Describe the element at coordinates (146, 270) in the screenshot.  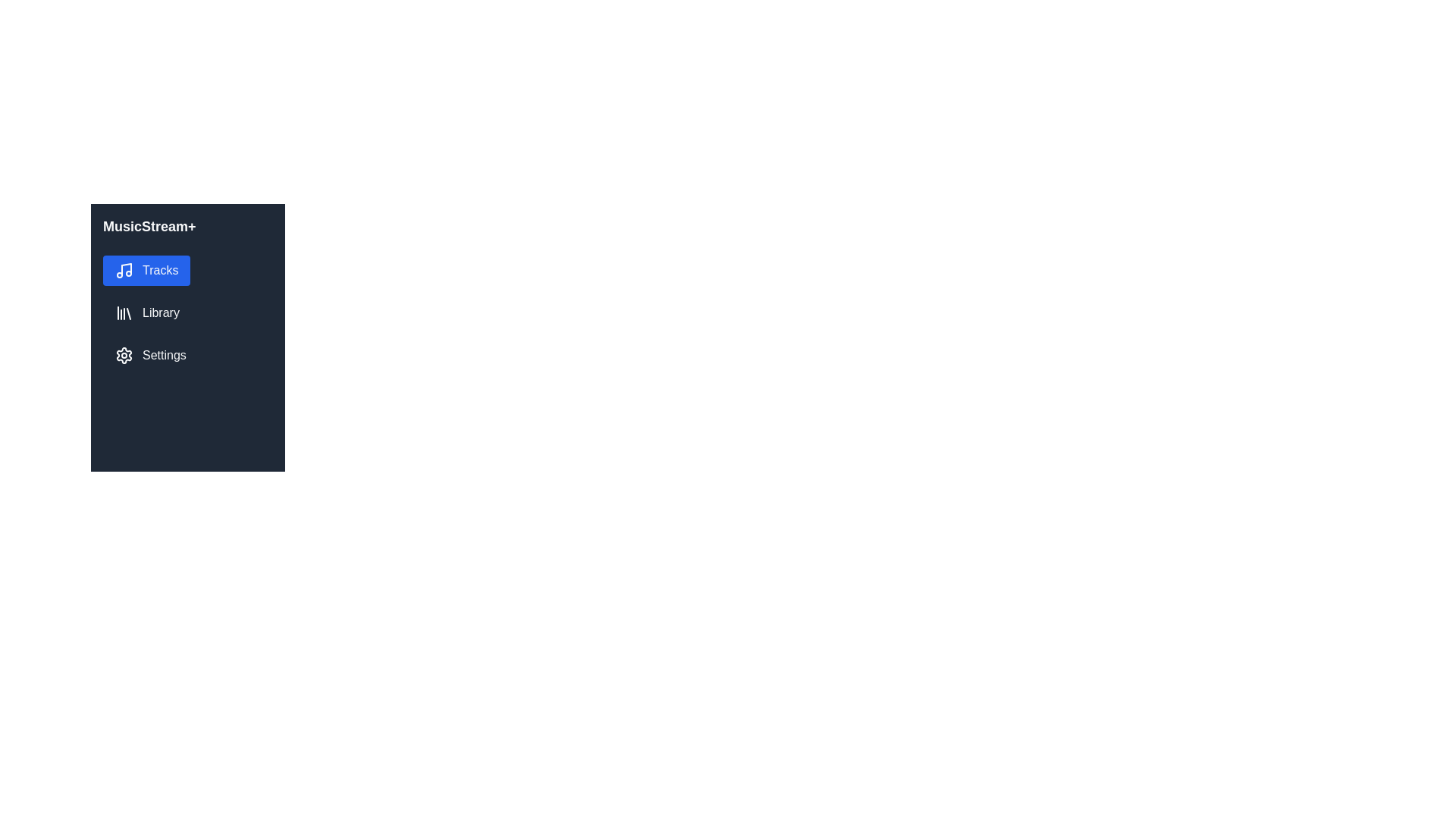
I see `the blue 'Tracks' button with a music note icon, located in the sidebar just below the 'MusicStream+' title` at that location.